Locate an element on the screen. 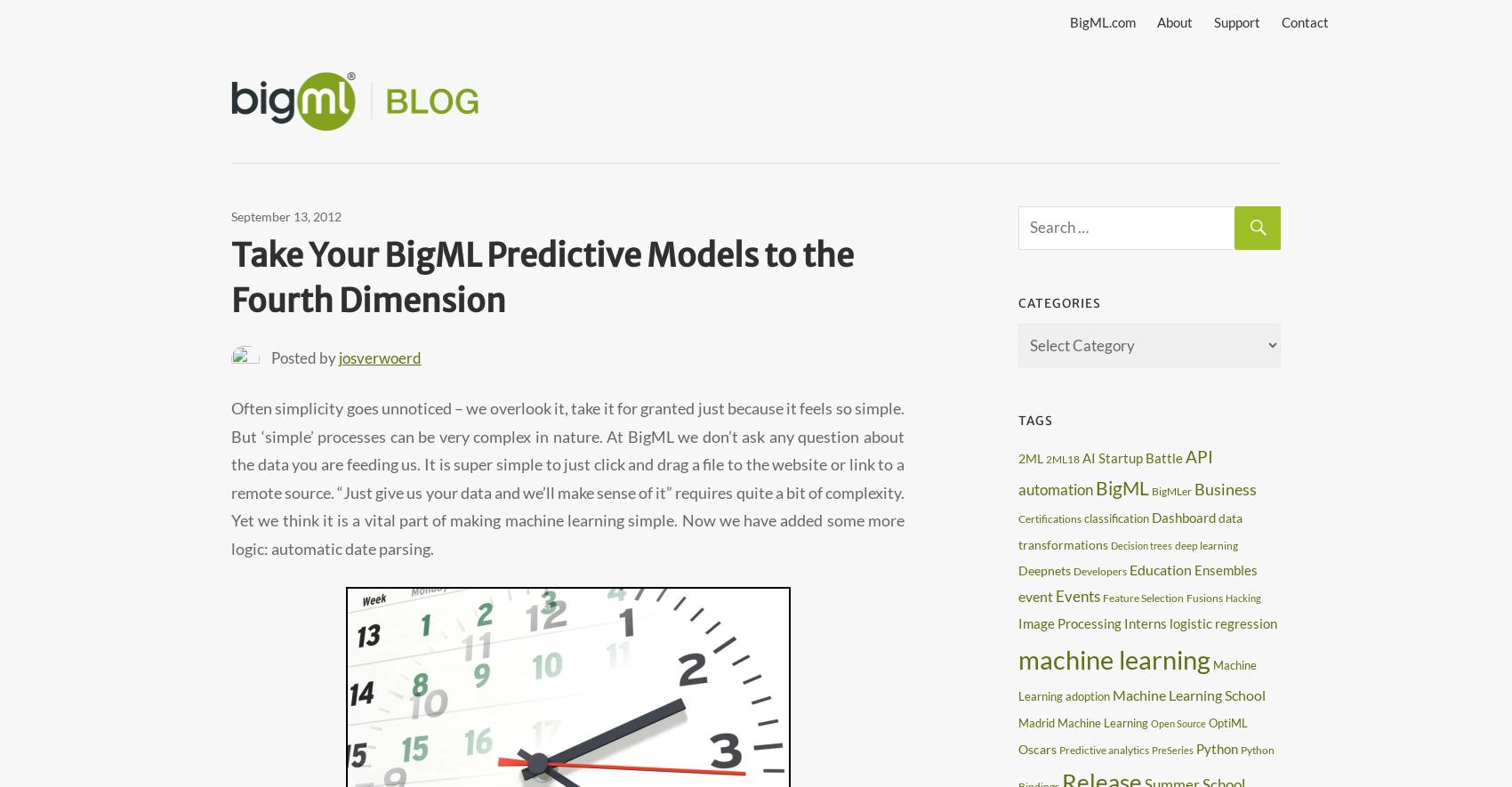 The image size is (1512, 787). 'Categories' is located at coordinates (1017, 302).